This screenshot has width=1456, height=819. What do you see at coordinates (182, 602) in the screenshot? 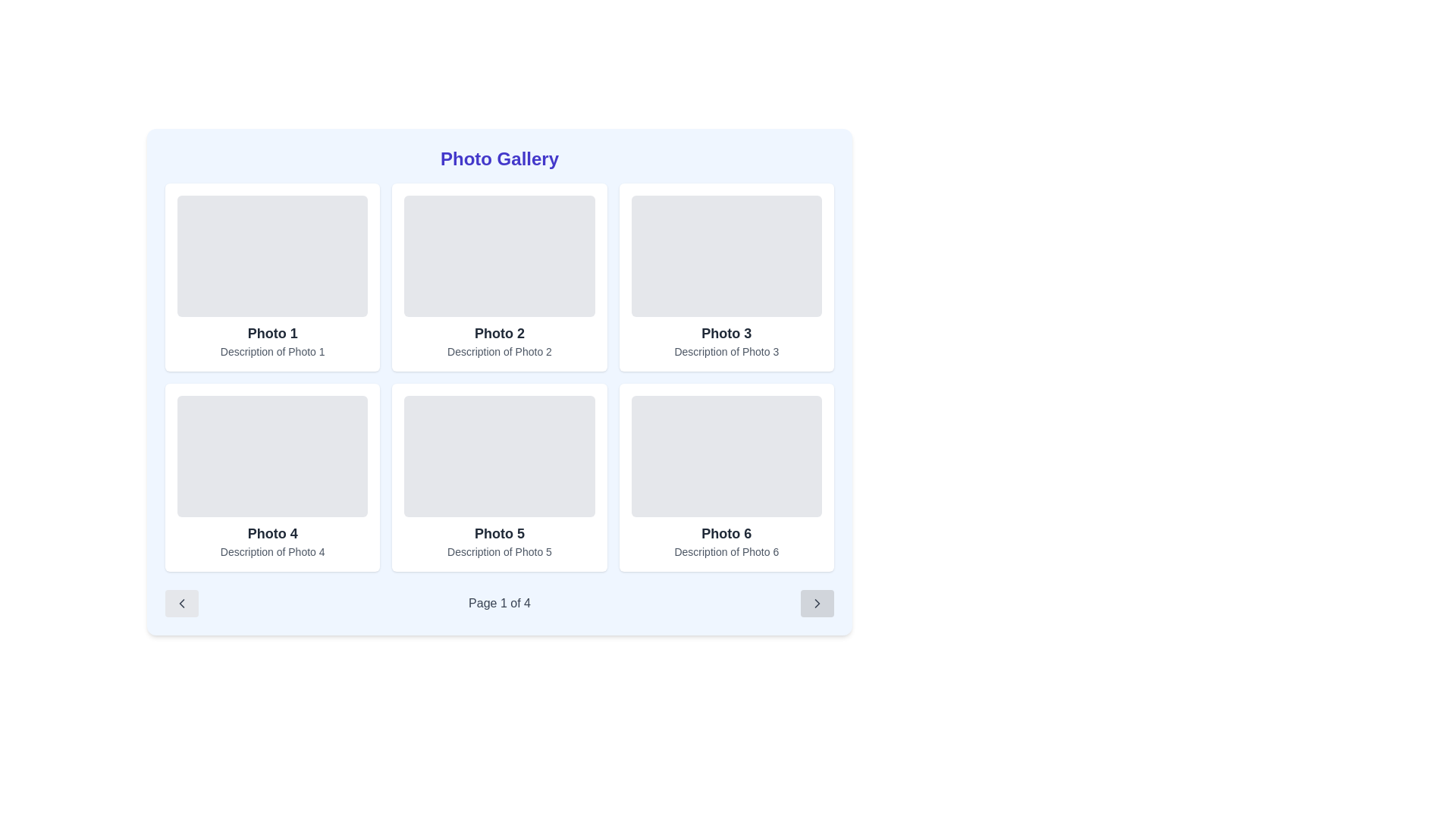
I see `the left arrow button with a gray background located at the bottom-left corner of the navigation bar` at bounding box center [182, 602].